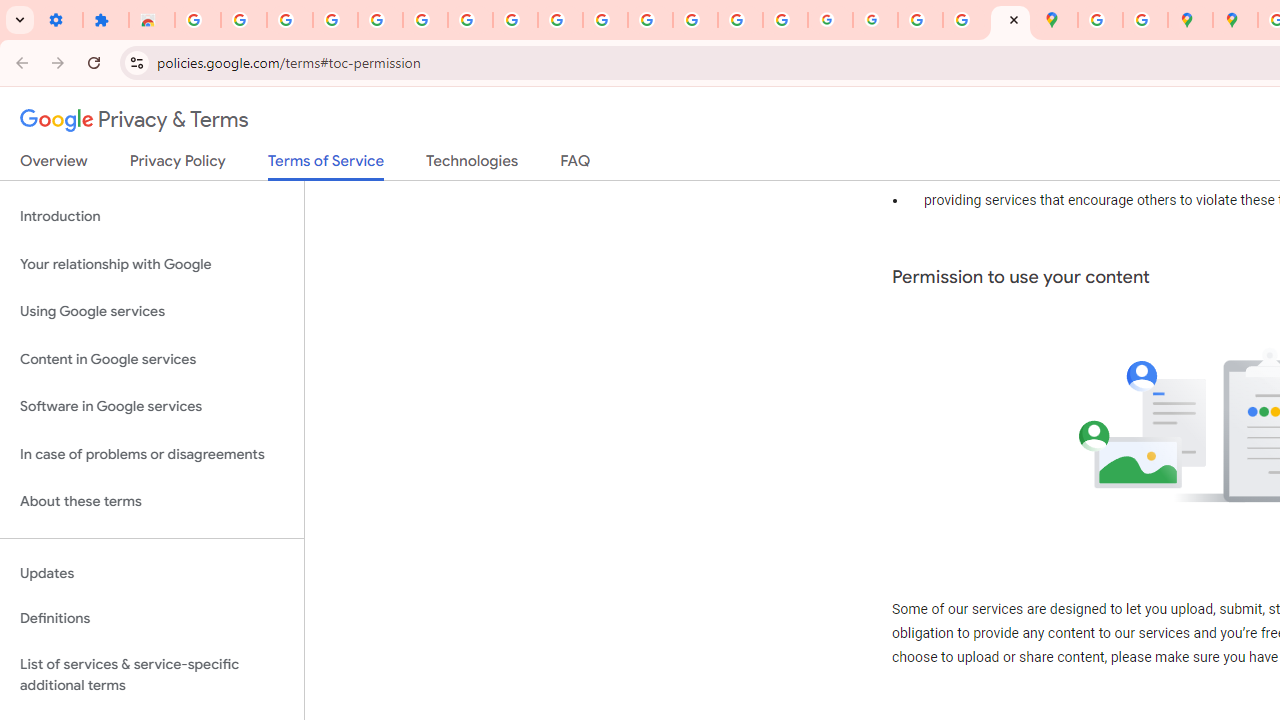  What do you see at coordinates (105, 20) in the screenshot?
I see `'Extensions'` at bounding box center [105, 20].